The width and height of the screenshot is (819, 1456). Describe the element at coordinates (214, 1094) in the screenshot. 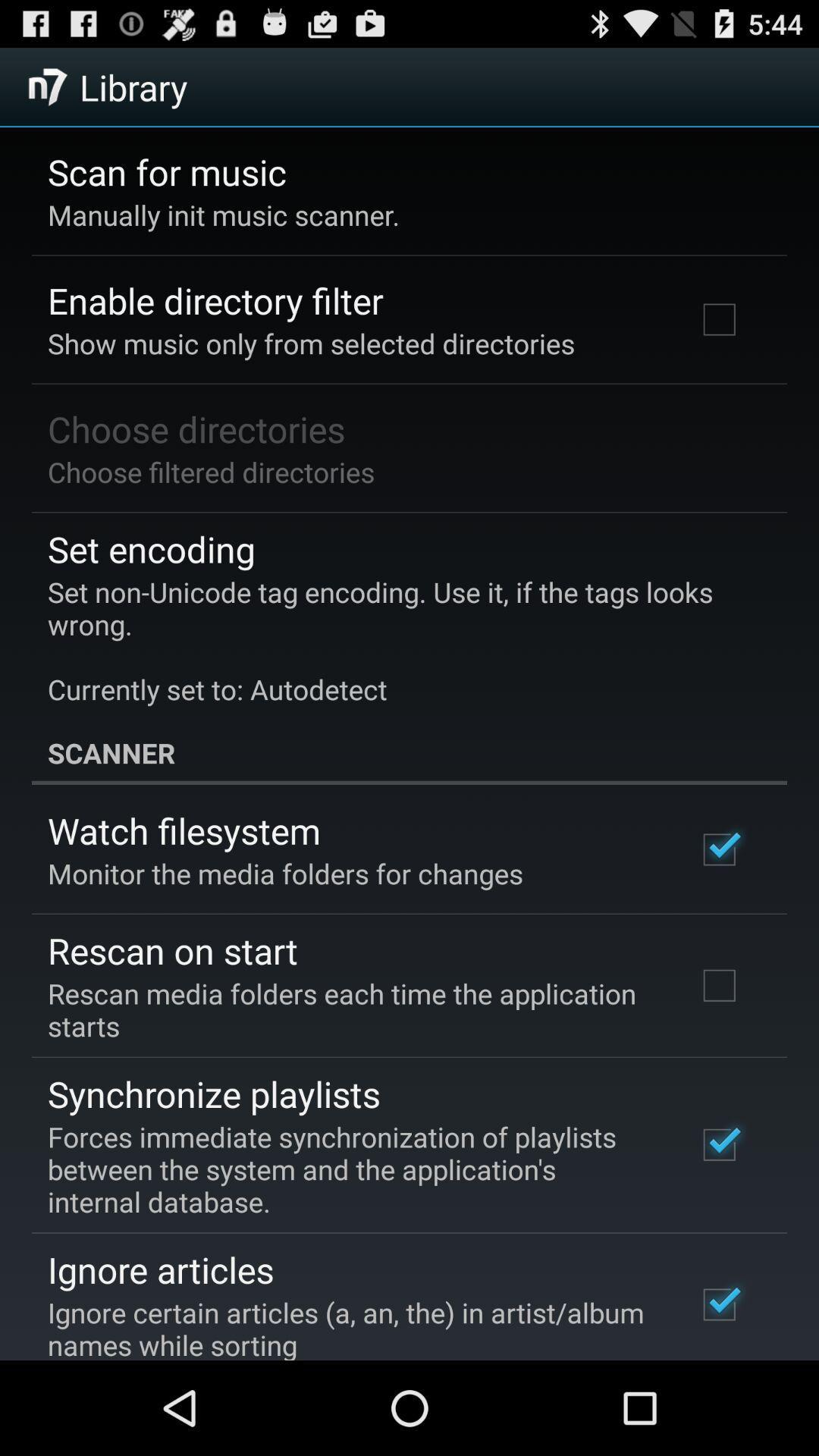

I see `synchronize playlists icon` at that location.